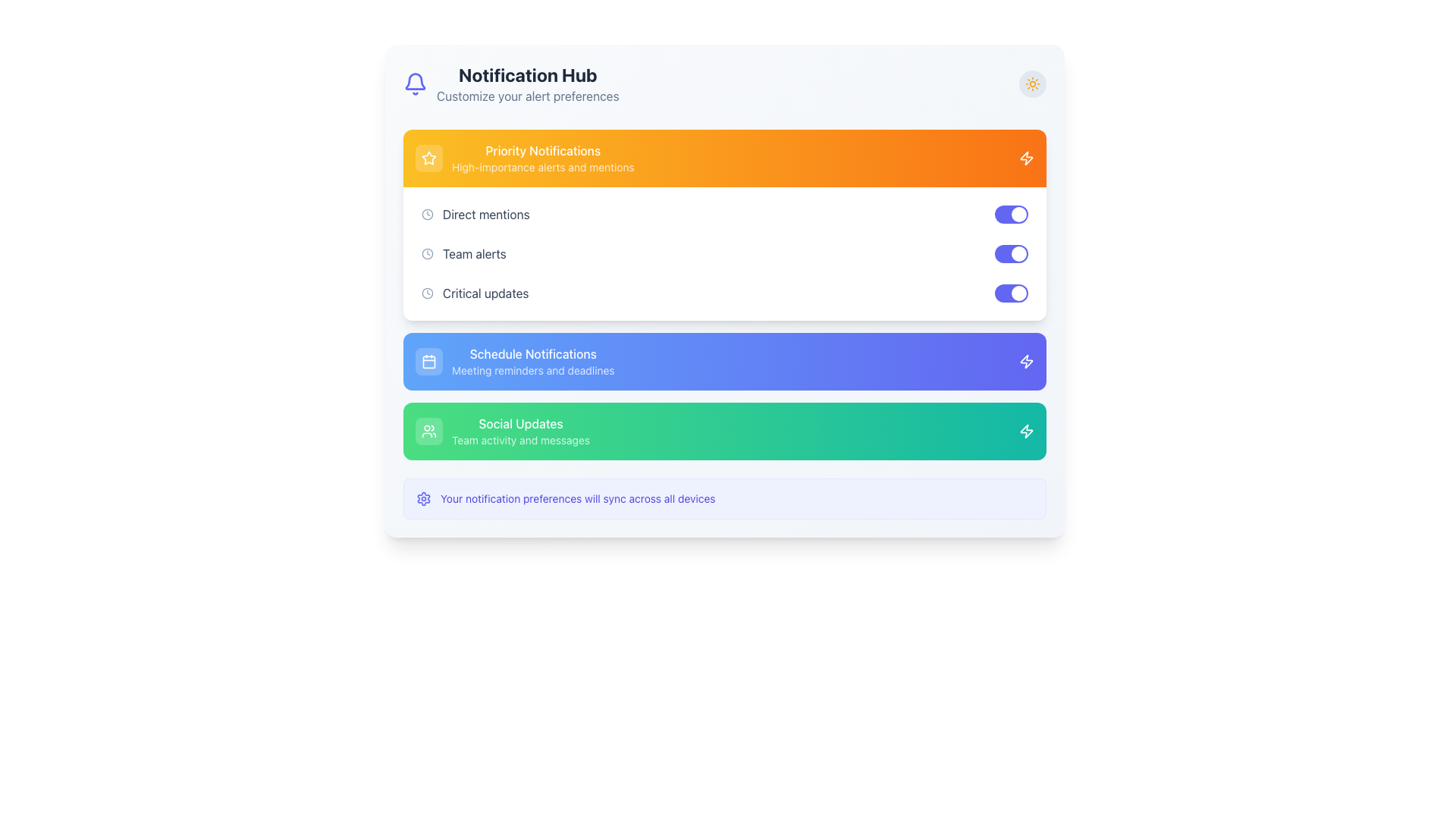  What do you see at coordinates (1026, 431) in the screenshot?
I see `the icon located in the bottom-right corner of the bright green 'Social Updates' section, which serves as a visual indicator for interactivity` at bounding box center [1026, 431].